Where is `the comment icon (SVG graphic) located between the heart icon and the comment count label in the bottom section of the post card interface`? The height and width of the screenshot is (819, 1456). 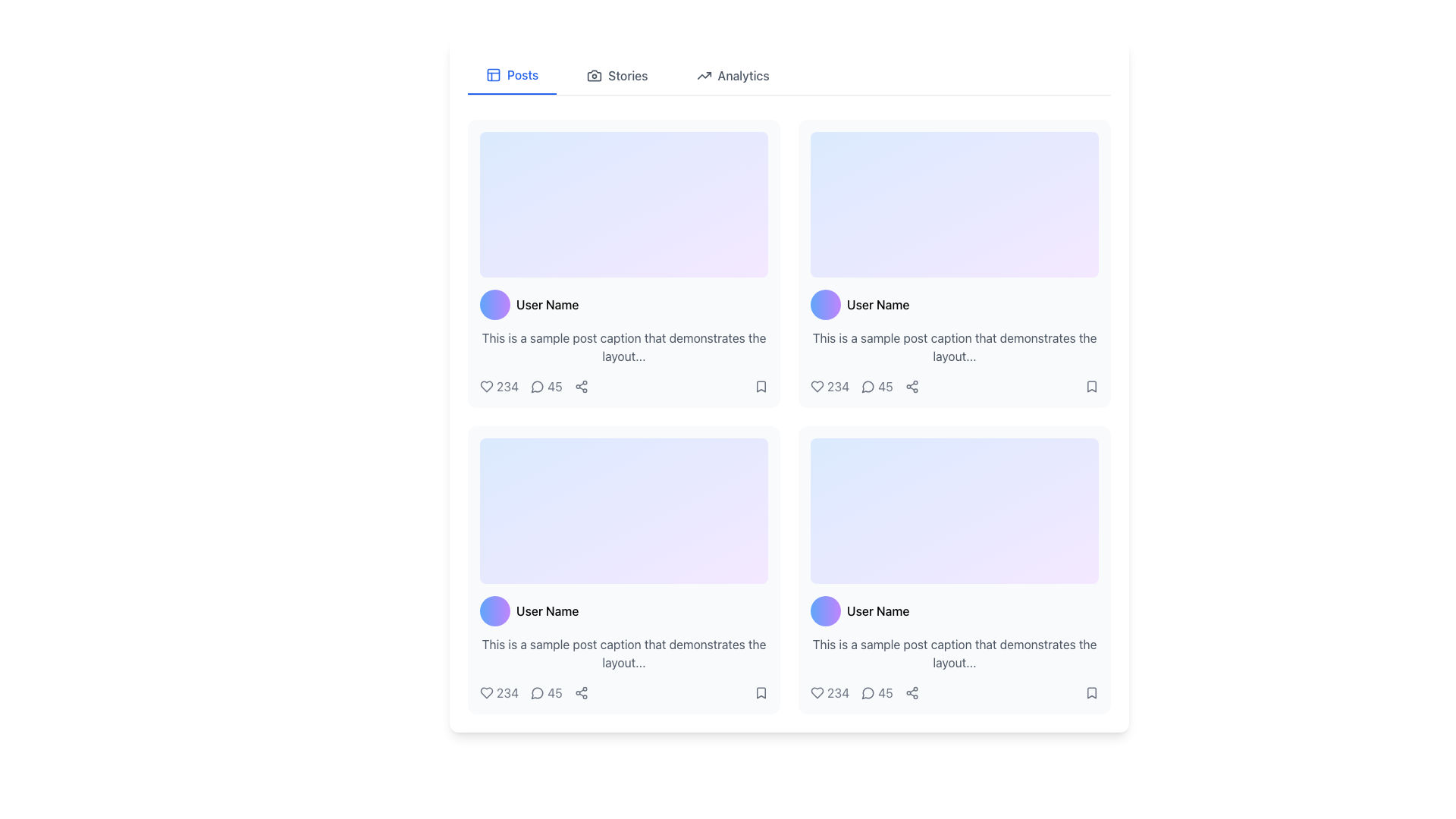 the comment icon (SVG graphic) located between the heart icon and the comment count label in the bottom section of the post card interface is located at coordinates (537, 386).